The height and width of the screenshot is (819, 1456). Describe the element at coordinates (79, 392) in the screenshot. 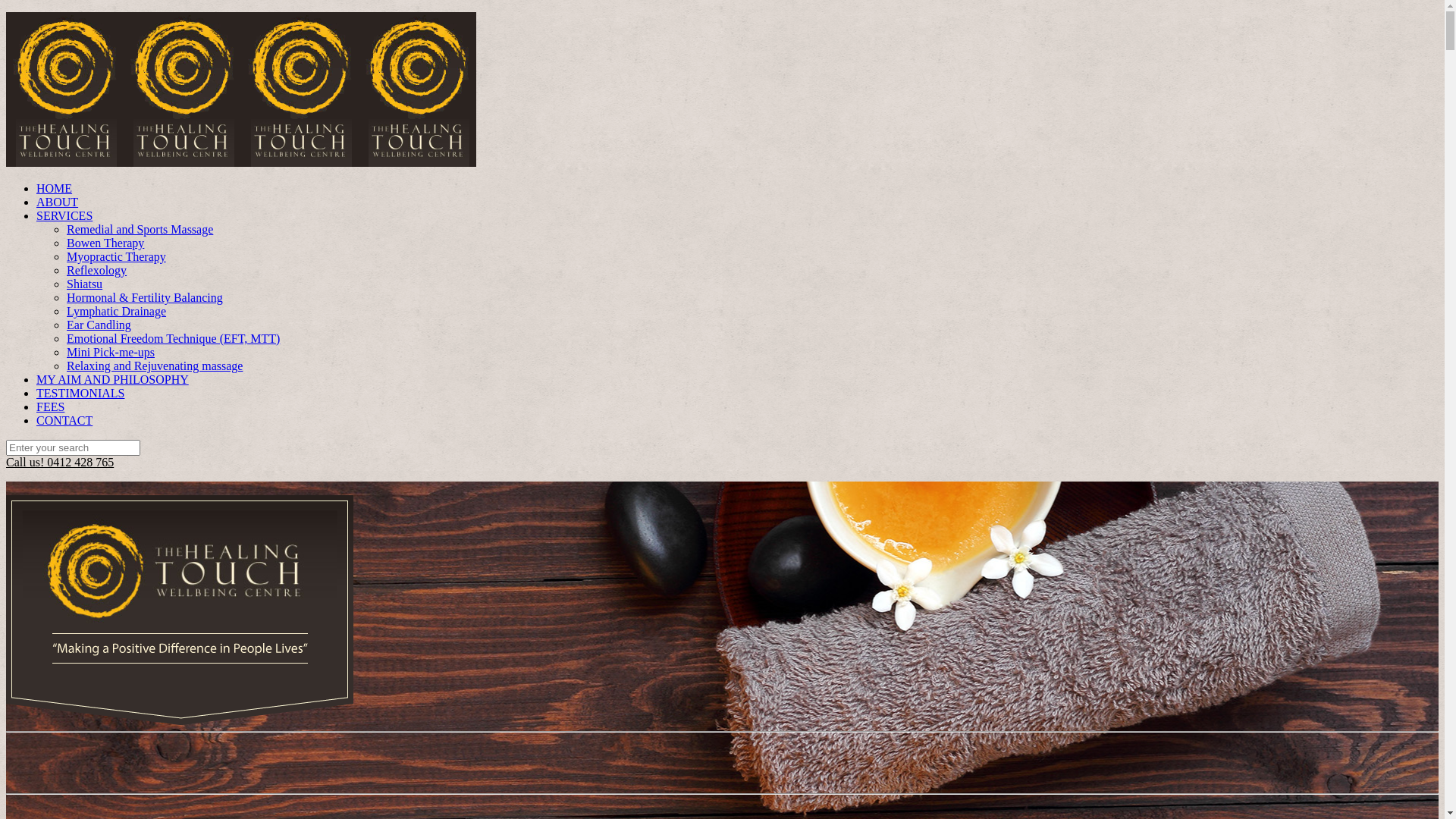

I see `'TESTIMONIALS'` at that location.